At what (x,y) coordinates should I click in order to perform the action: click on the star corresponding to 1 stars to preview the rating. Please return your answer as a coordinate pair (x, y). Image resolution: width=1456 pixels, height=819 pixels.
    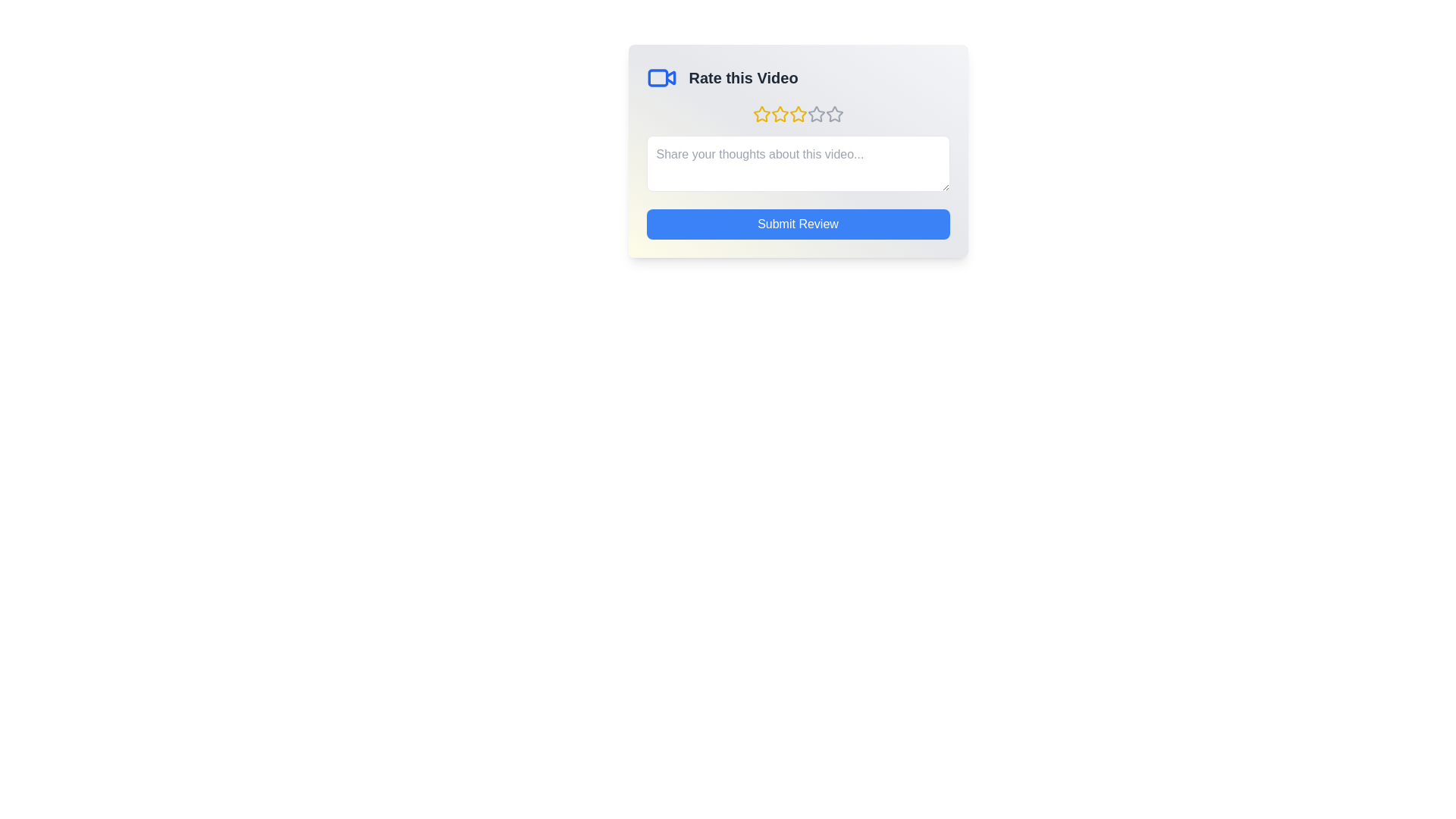
    Looking at the image, I should click on (761, 113).